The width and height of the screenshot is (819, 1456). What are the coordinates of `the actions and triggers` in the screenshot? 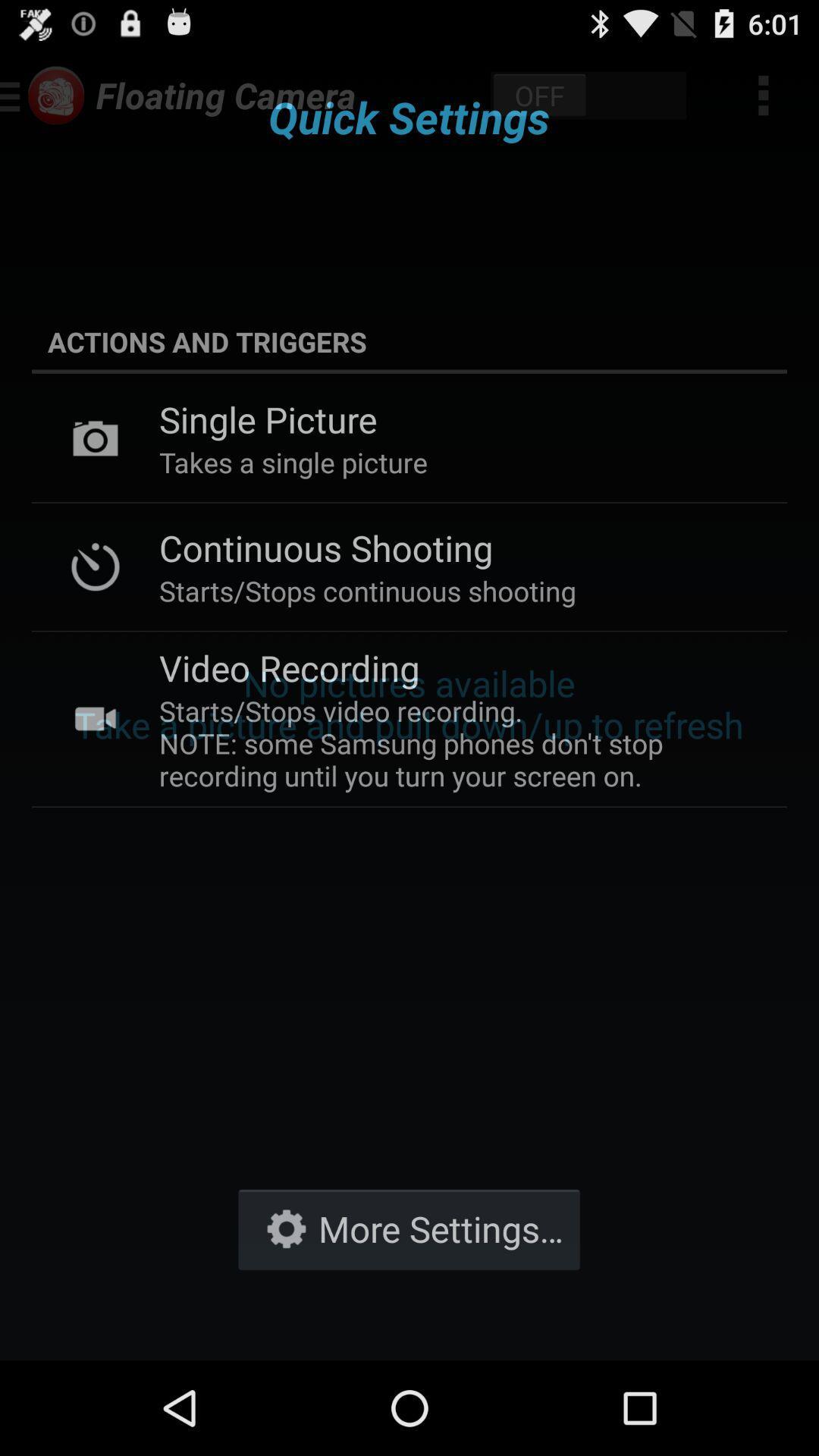 It's located at (409, 340).